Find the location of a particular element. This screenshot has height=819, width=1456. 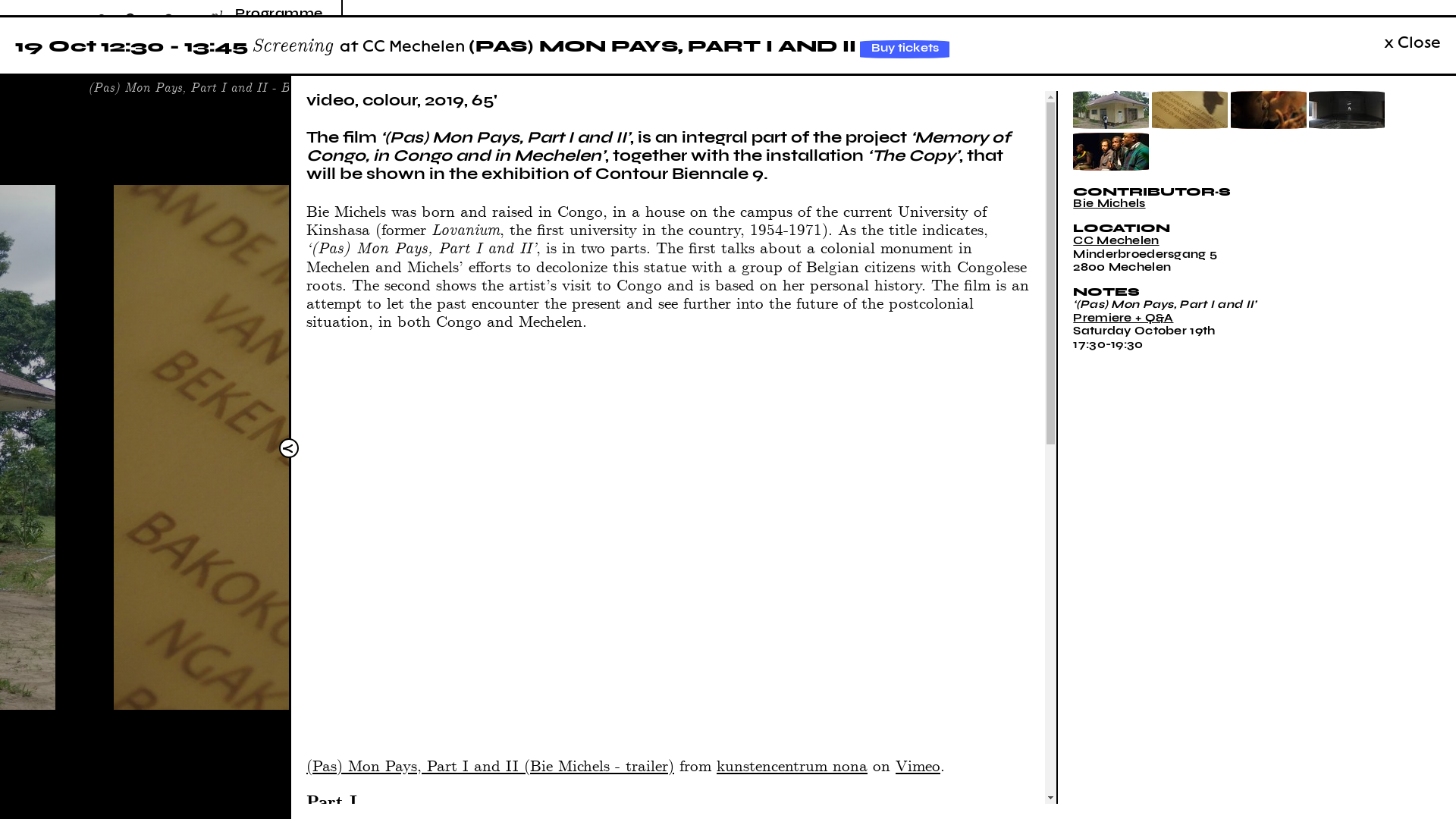

'Vimeo' is located at coordinates (895, 764).